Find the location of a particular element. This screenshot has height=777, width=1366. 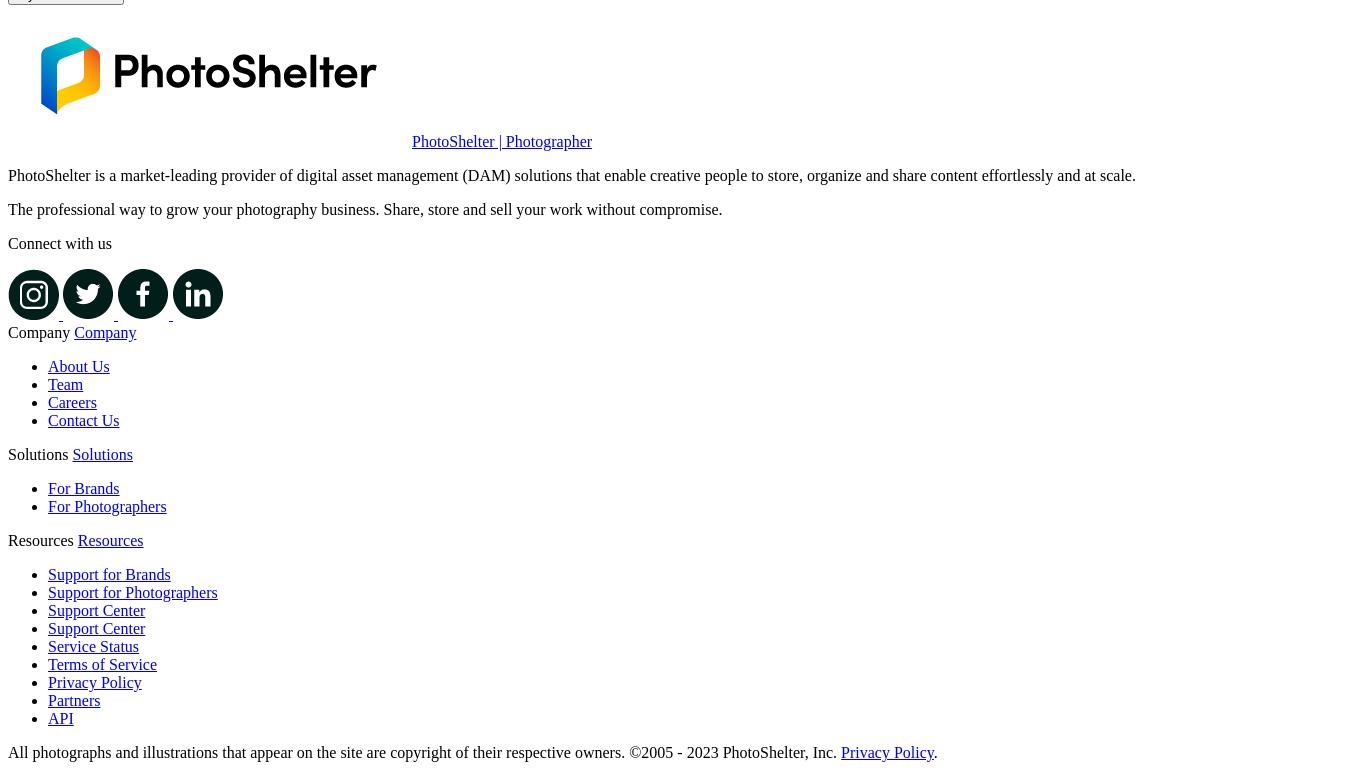

'For Brands' is located at coordinates (83, 488).